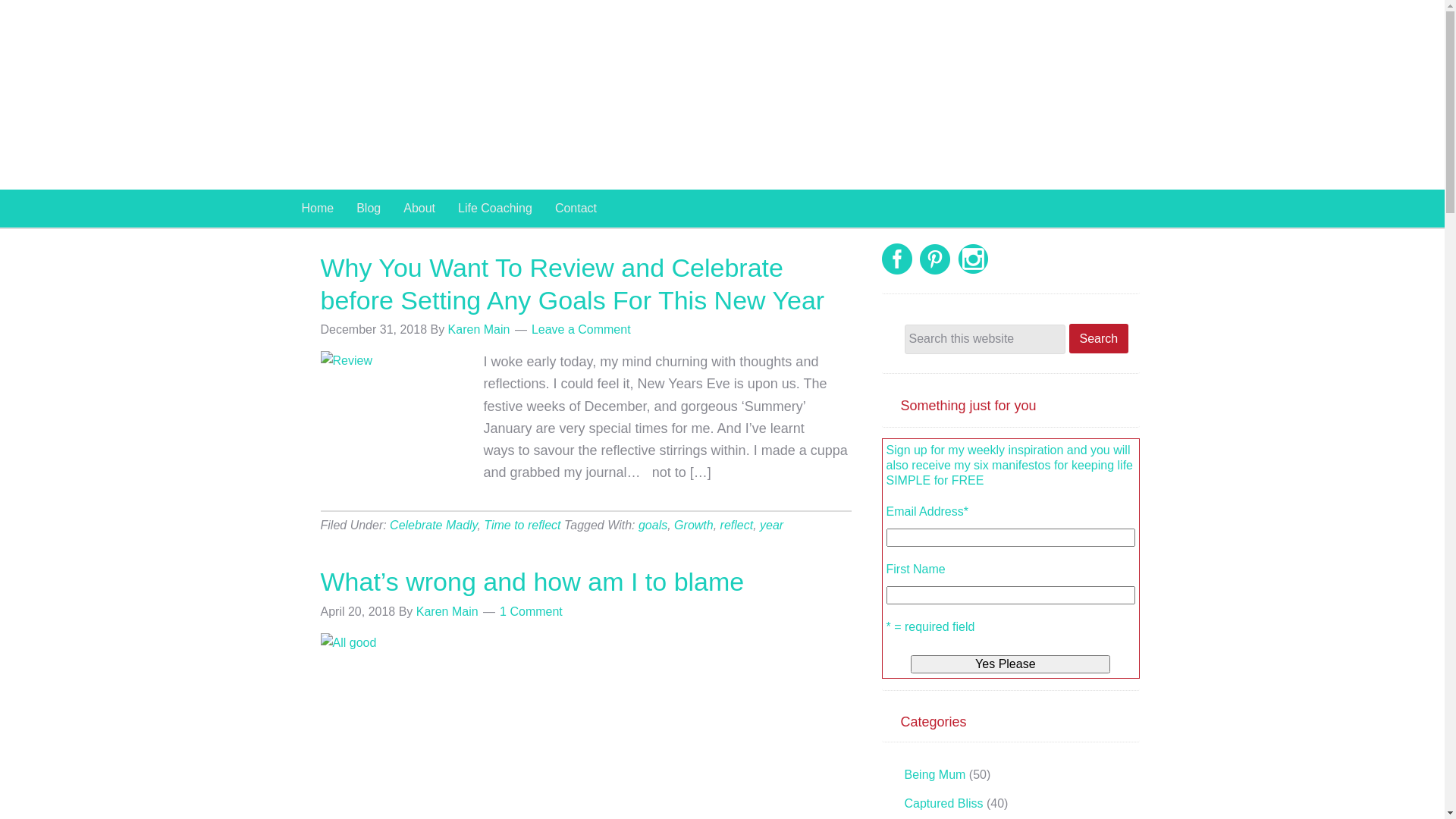 The image size is (1456, 819). I want to click on 'Growth', so click(693, 524).